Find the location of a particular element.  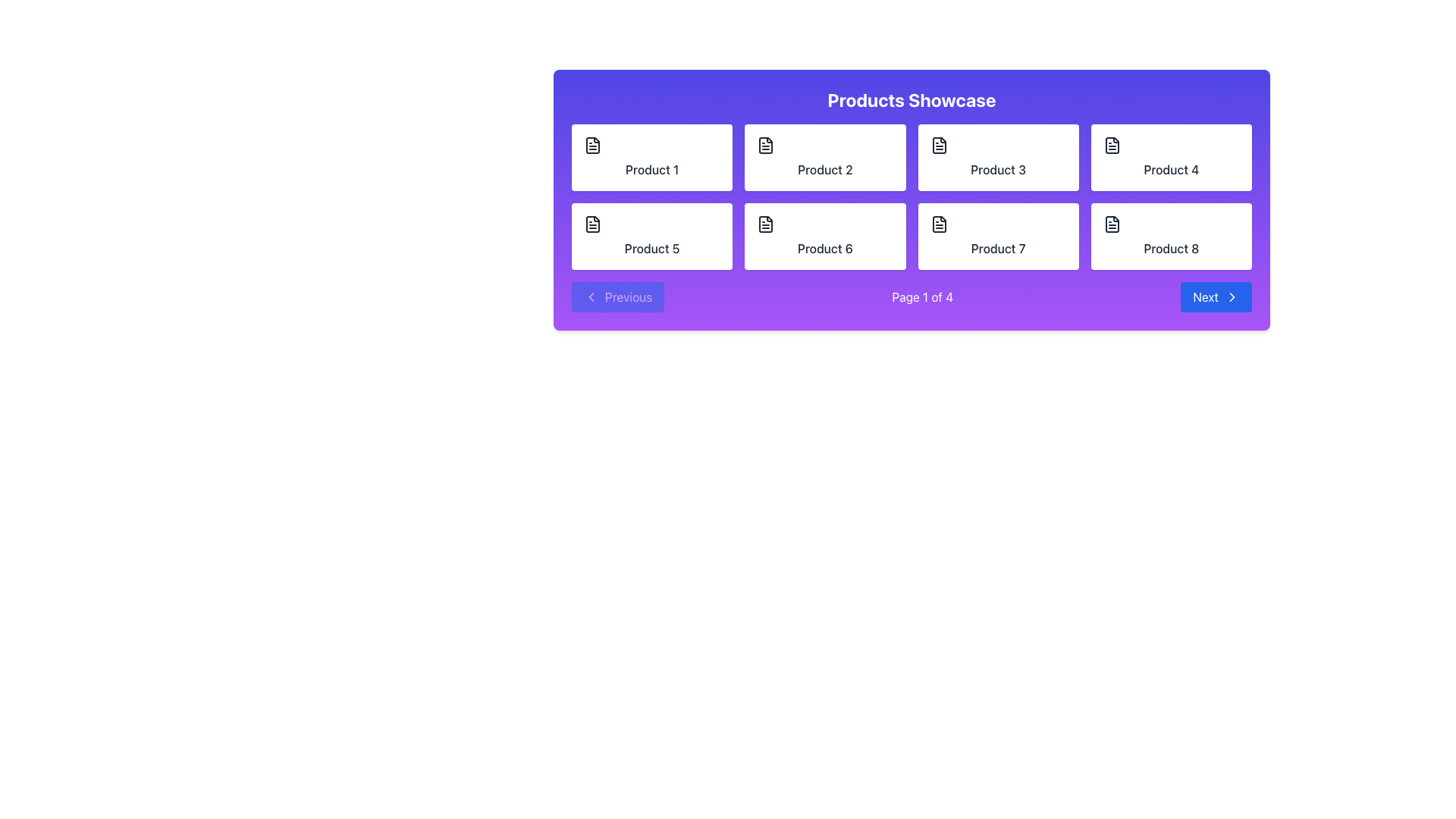

the SVG chevron icon that indicates the direction for advancing to the next page, located adjacent to the 'Next' button in the pagination control section is located at coordinates (1232, 297).